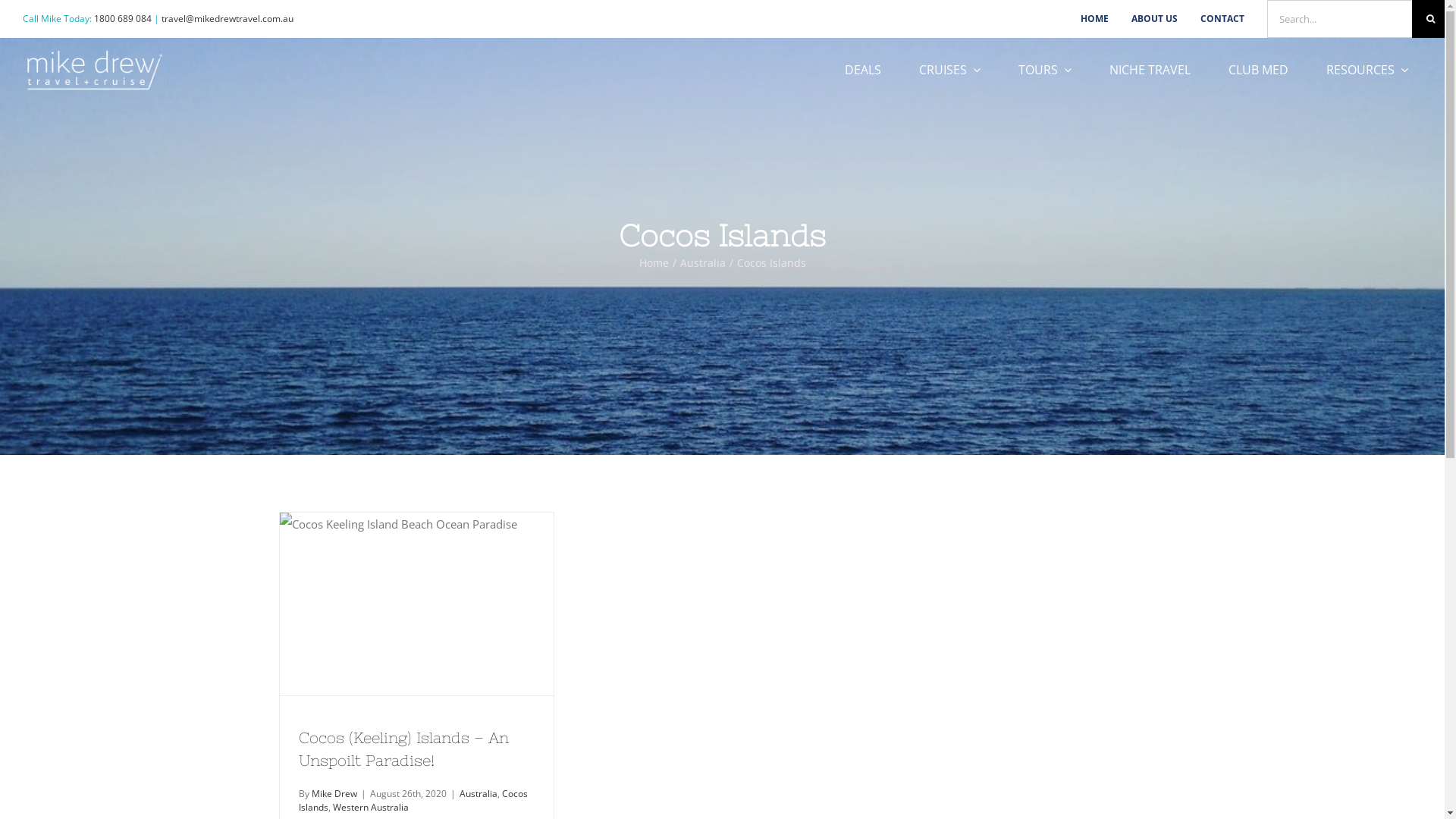 This screenshot has height=819, width=1456. Describe the element at coordinates (1153, 18) in the screenshot. I see `'ABOUT US'` at that location.